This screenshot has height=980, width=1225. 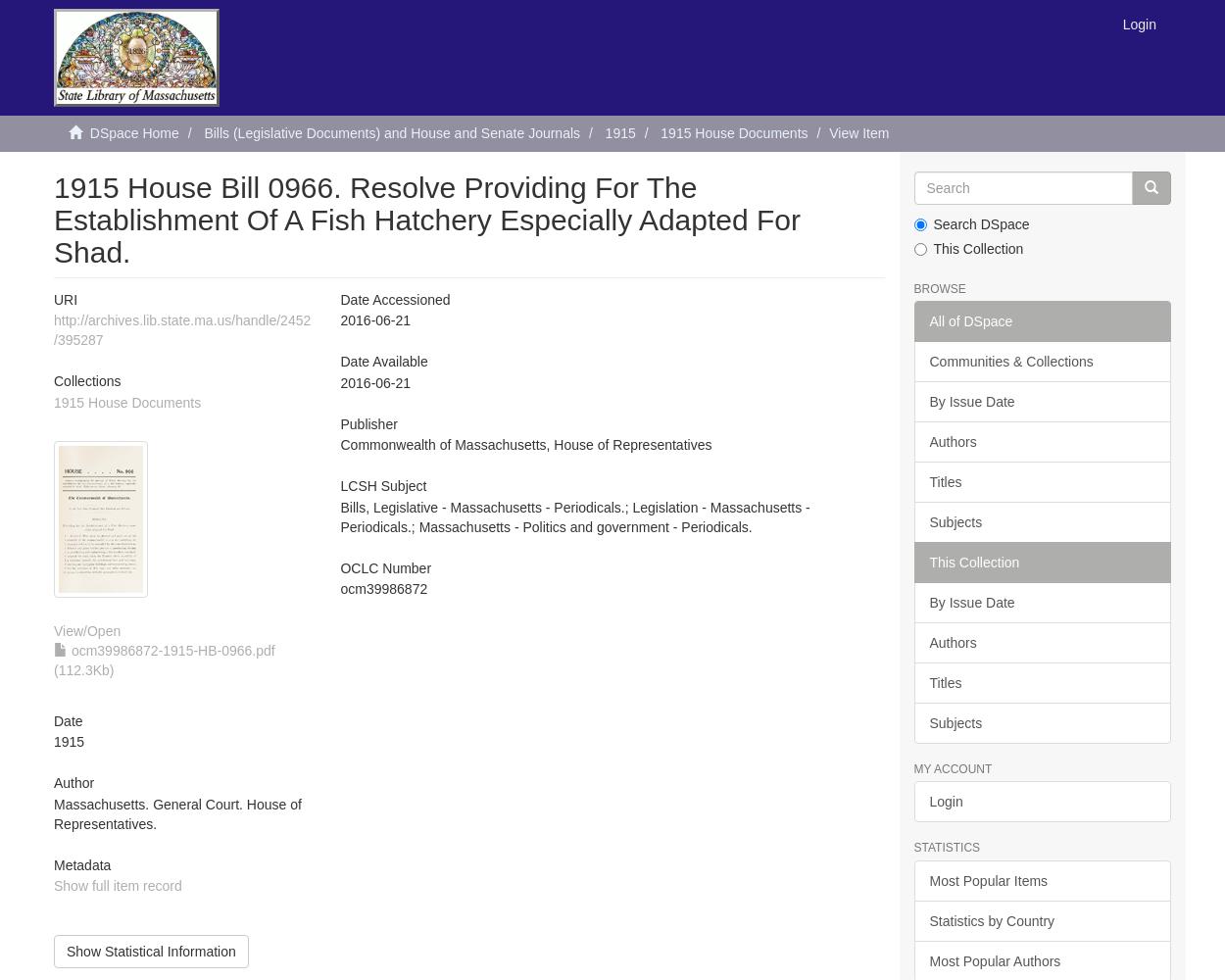 What do you see at coordinates (995, 959) in the screenshot?
I see `'Most Popular Authors'` at bounding box center [995, 959].